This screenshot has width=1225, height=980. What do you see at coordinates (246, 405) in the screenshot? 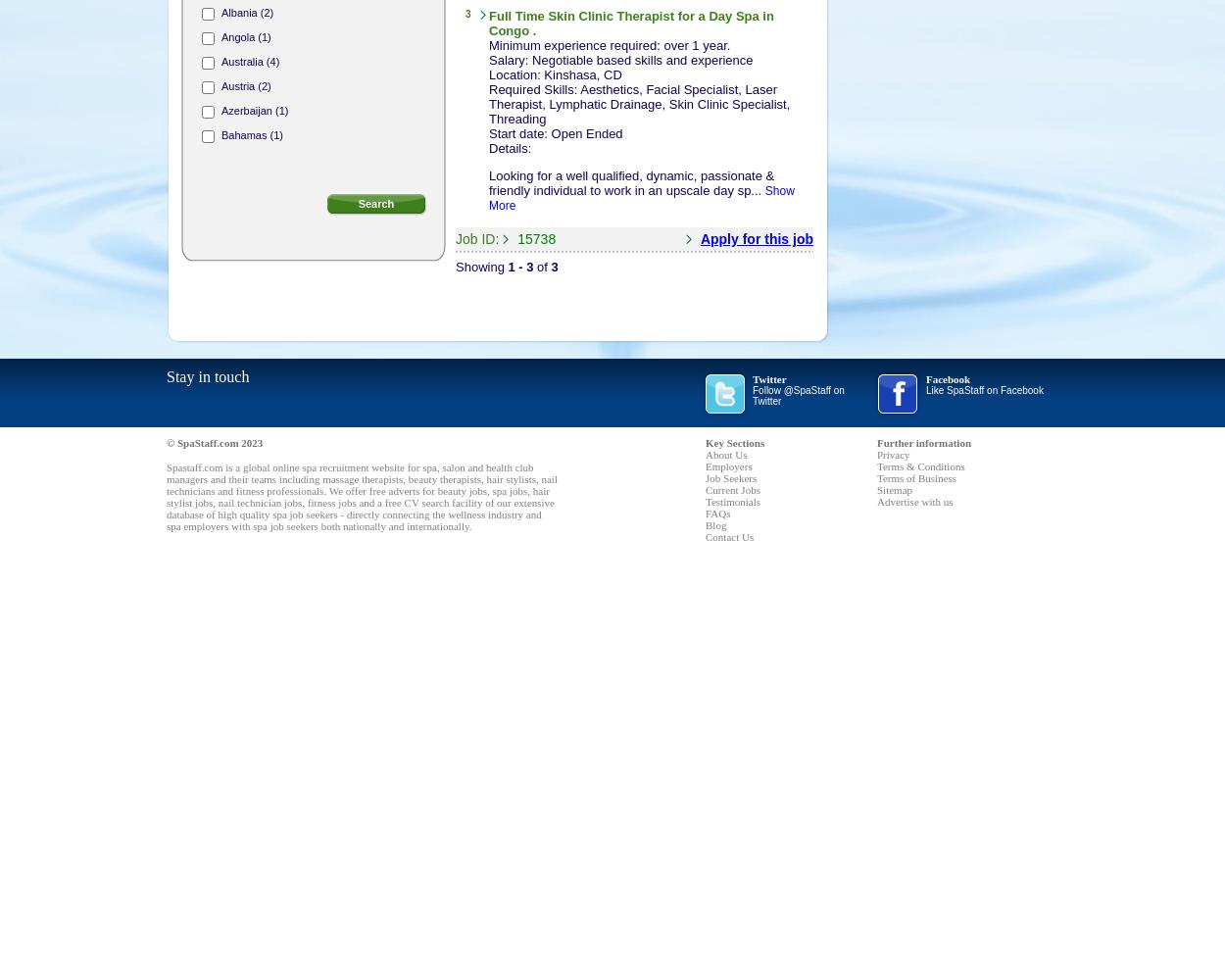
I see `'Croatia (7)'` at bounding box center [246, 405].